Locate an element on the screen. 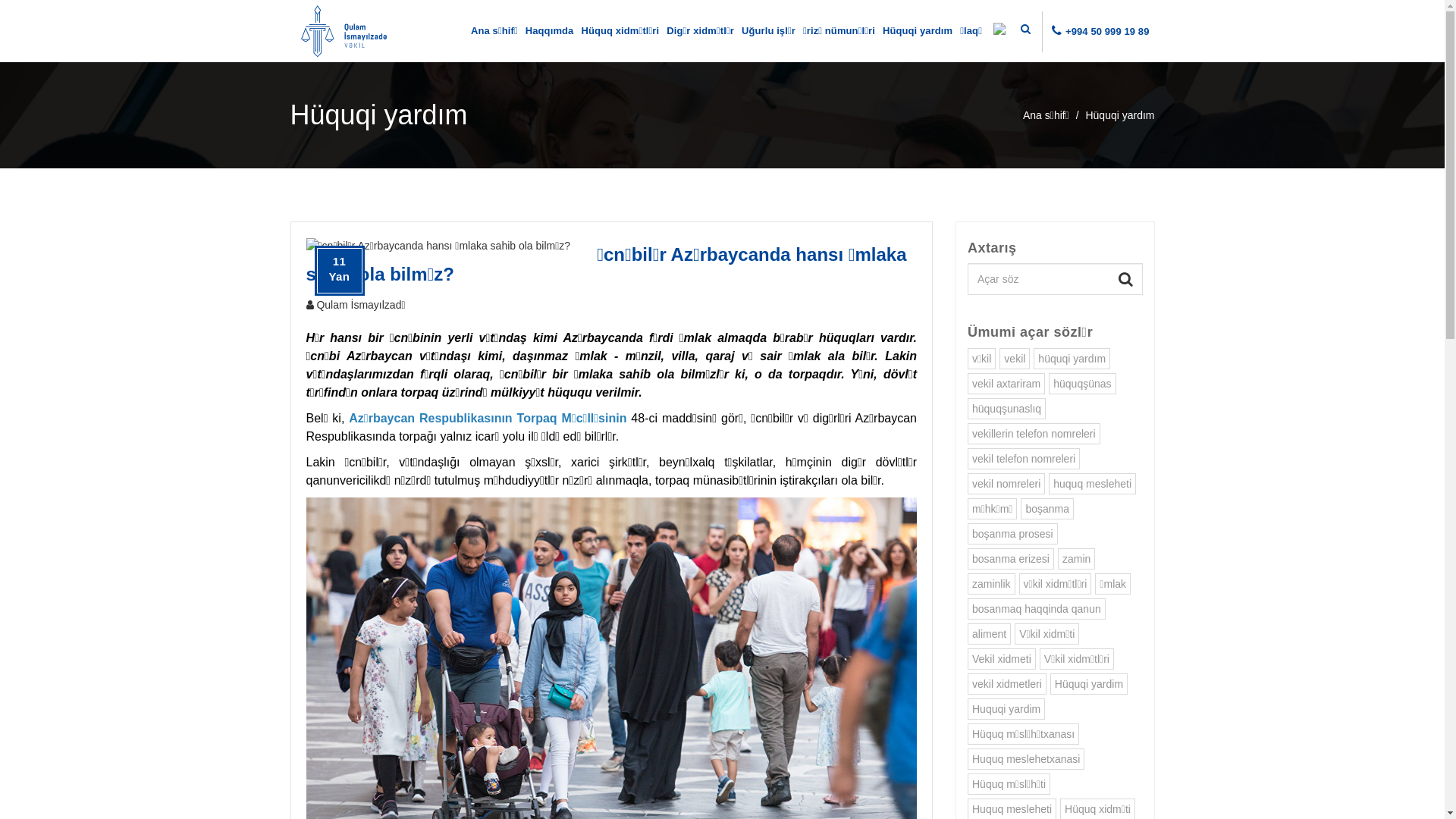 This screenshot has height=819, width=1456. 'zamin' is located at coordinates (1075, 558).